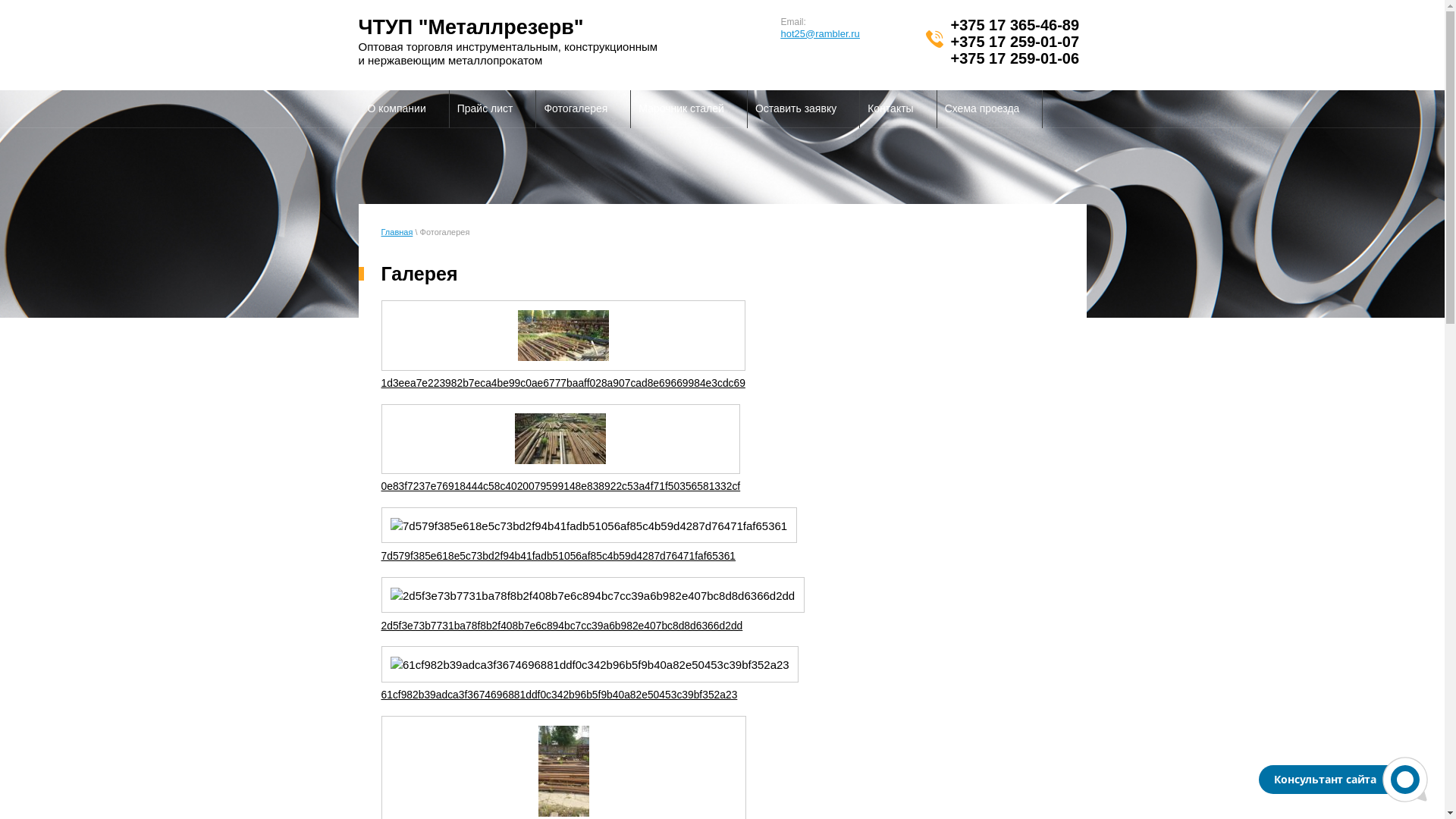  I want to click on '+375 17 365-46-89', so click(1015, 25).